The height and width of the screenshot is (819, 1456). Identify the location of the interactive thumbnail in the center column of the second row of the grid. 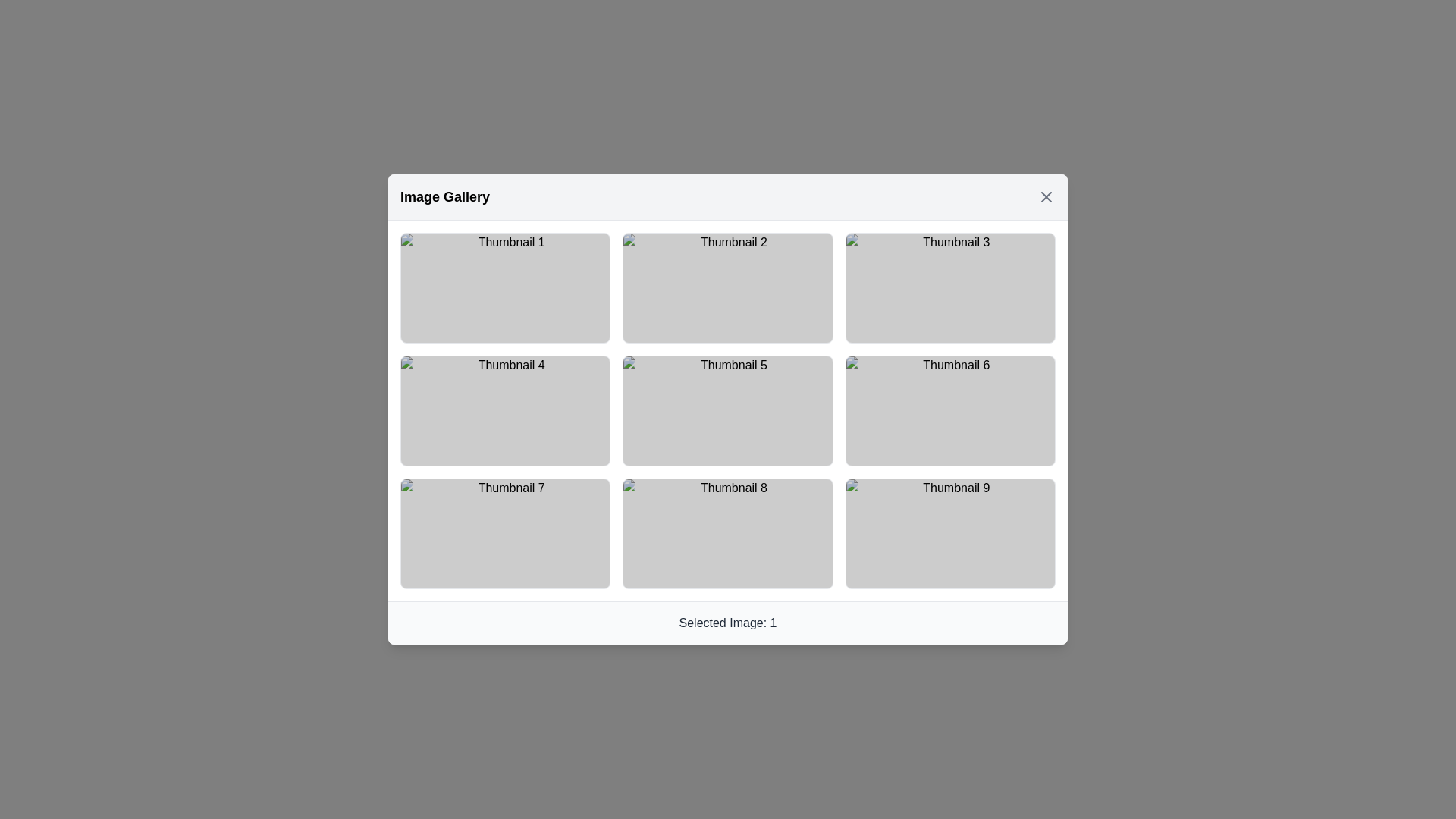
(728, 411).